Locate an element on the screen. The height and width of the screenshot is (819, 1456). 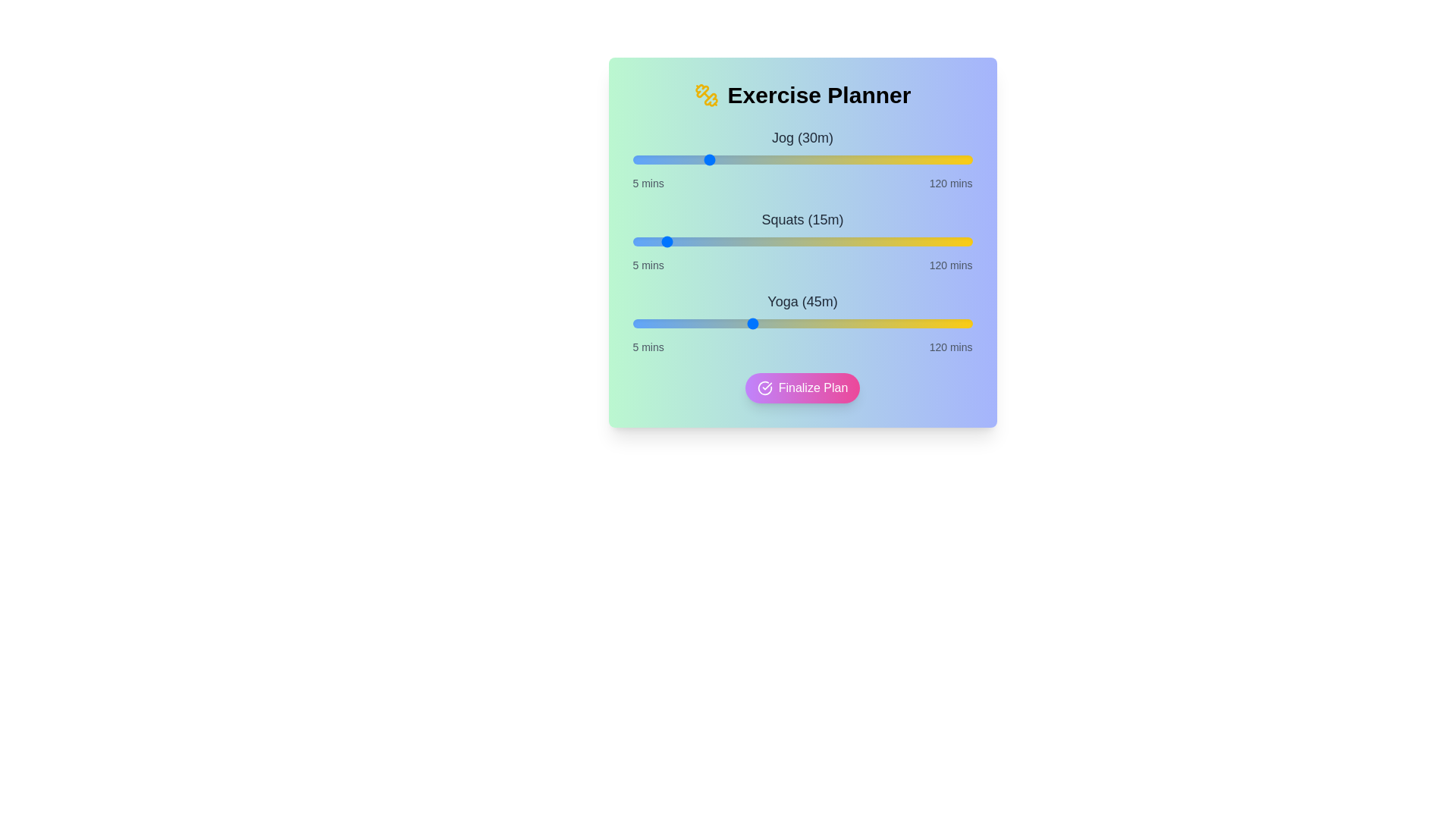
the duration of the 0 slider to 24 minutes is located at coordinates (688, 160).